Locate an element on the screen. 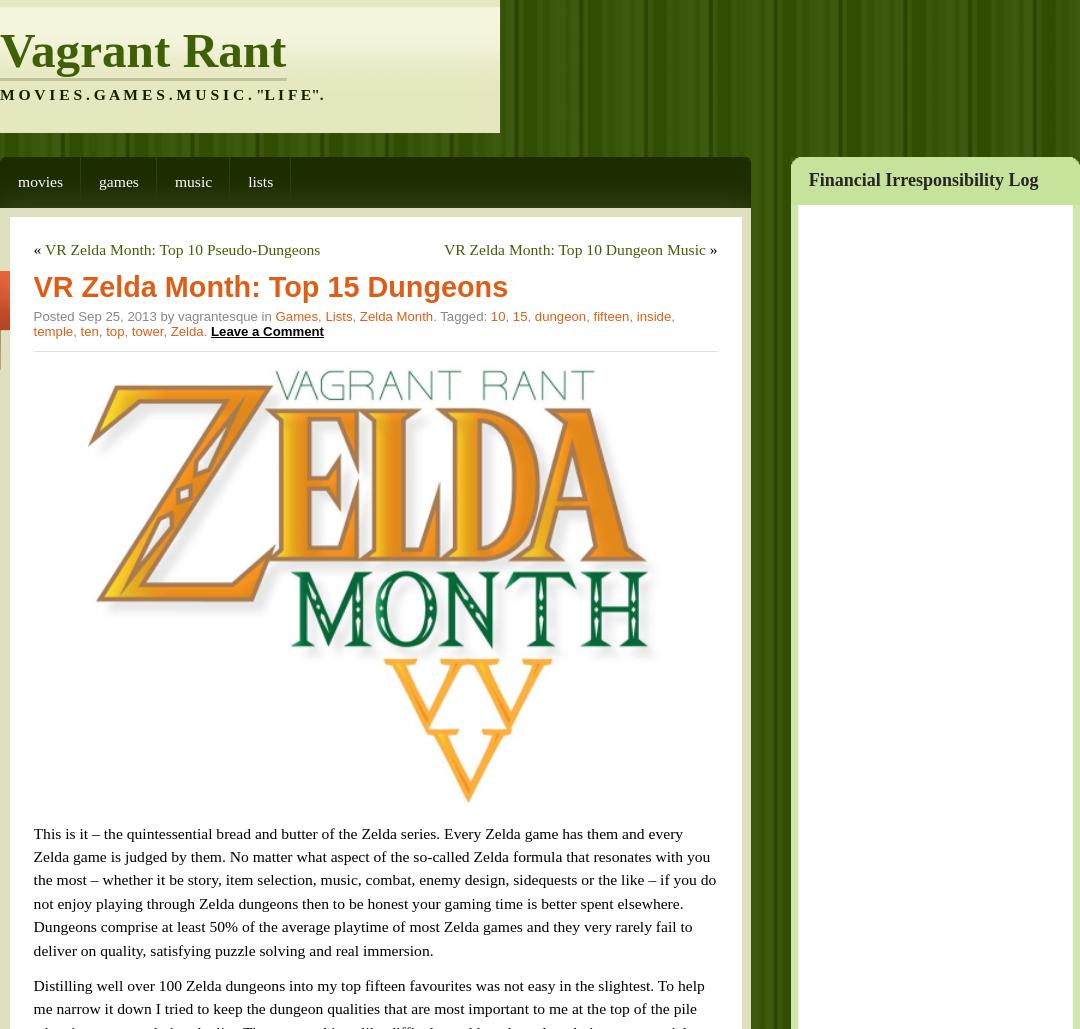 This screenshot has height=1029, width=1080. 'Movies' is located at coordinates (15, 150).